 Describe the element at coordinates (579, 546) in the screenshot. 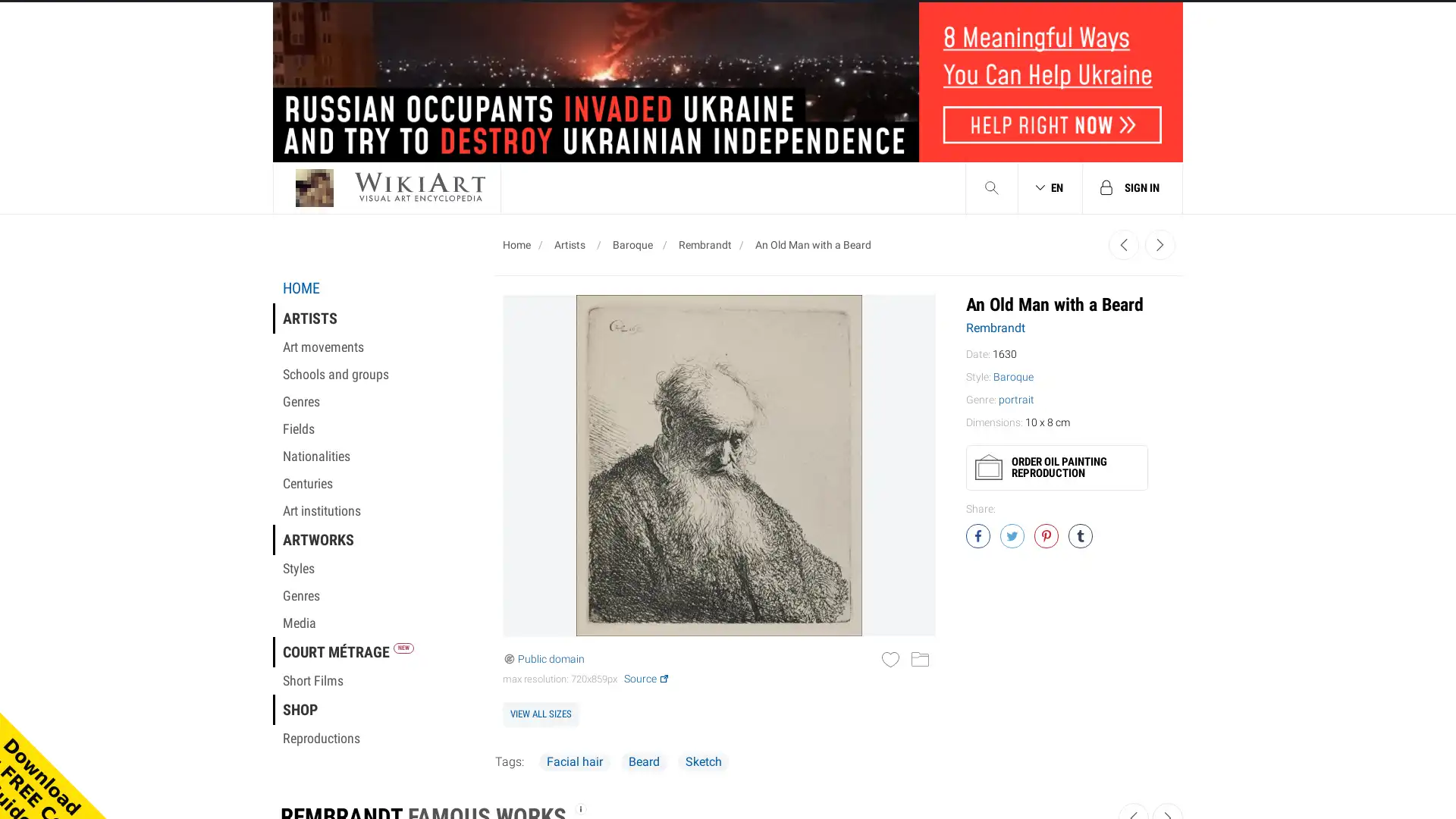

I see `Yes, I want to hook this coupon!` at that location.